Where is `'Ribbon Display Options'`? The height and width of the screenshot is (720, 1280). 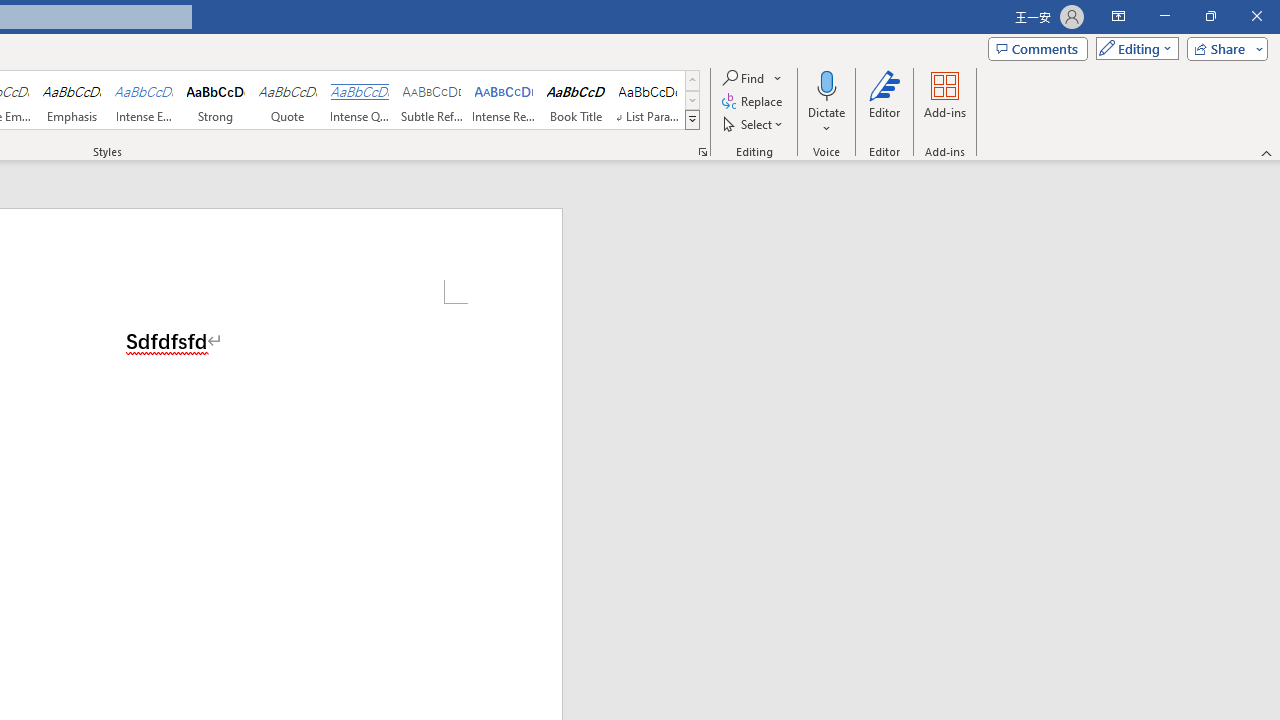 'Ribbon Display Options' is located at coordinates (1117, 16).